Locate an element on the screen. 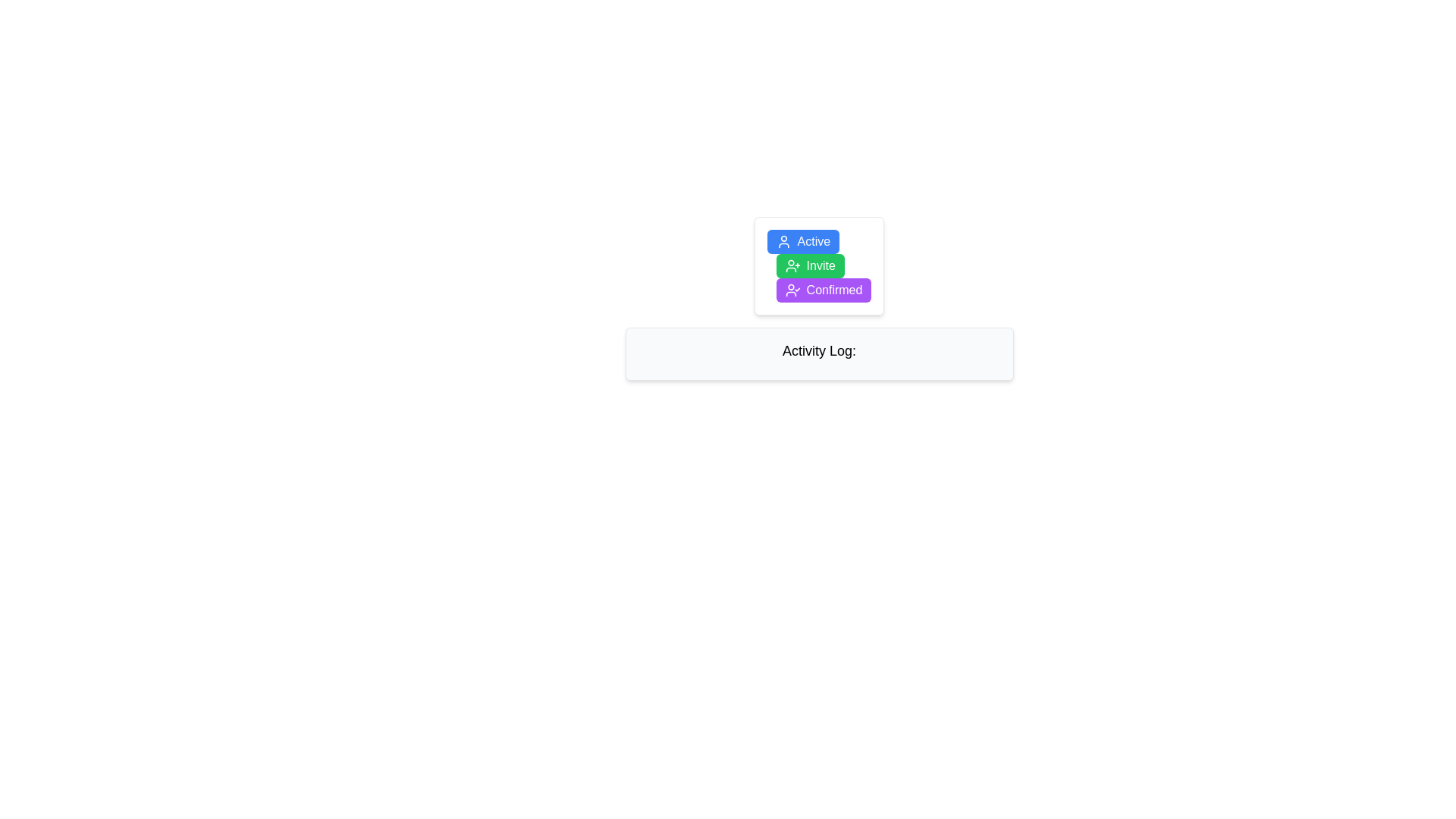  the text label reading 'Active', which is styled with white text on a blue button is located at coordinates (813, 241).